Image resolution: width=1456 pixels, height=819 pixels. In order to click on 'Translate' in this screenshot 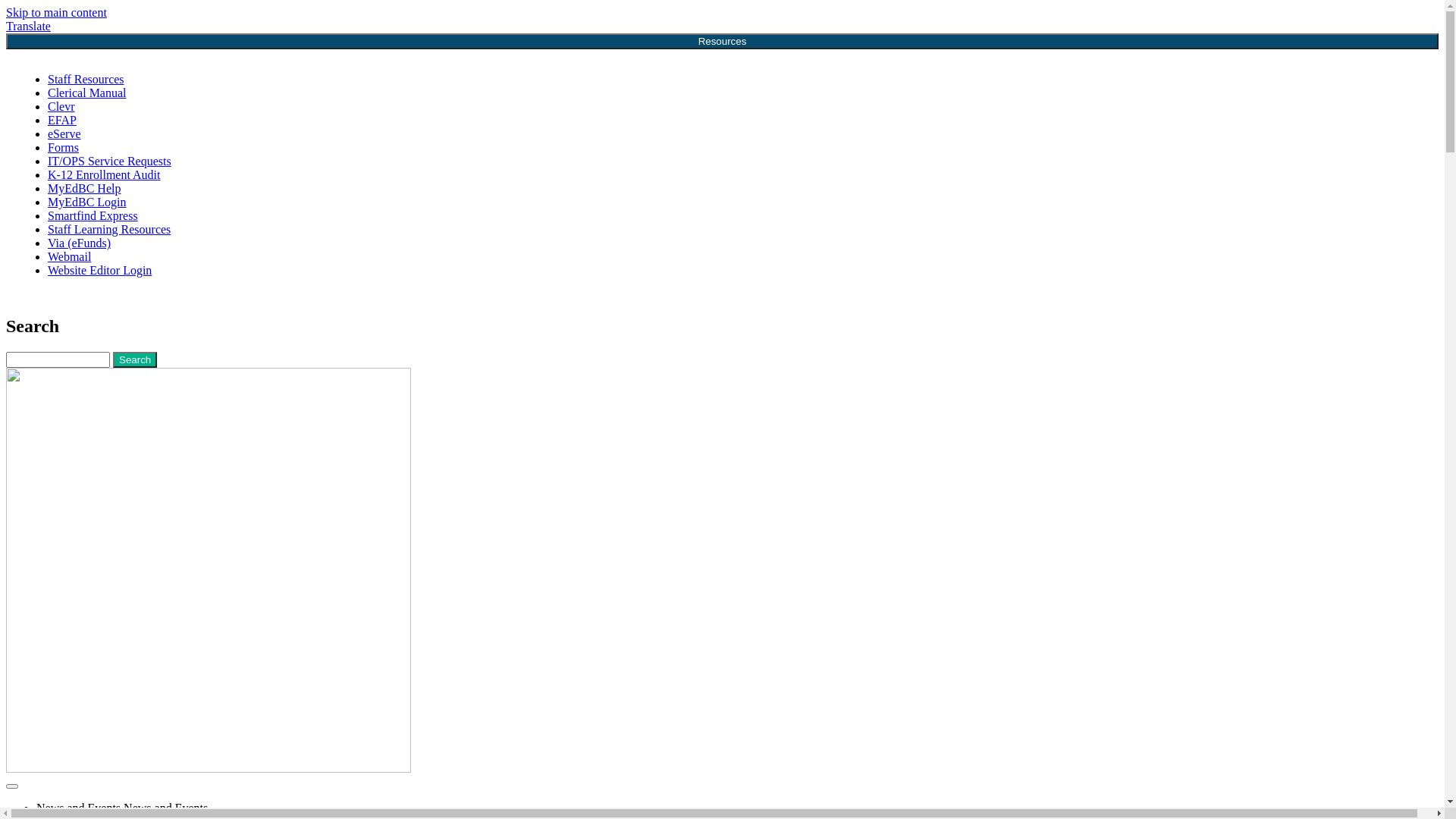, I will do `click(28, 26)`.